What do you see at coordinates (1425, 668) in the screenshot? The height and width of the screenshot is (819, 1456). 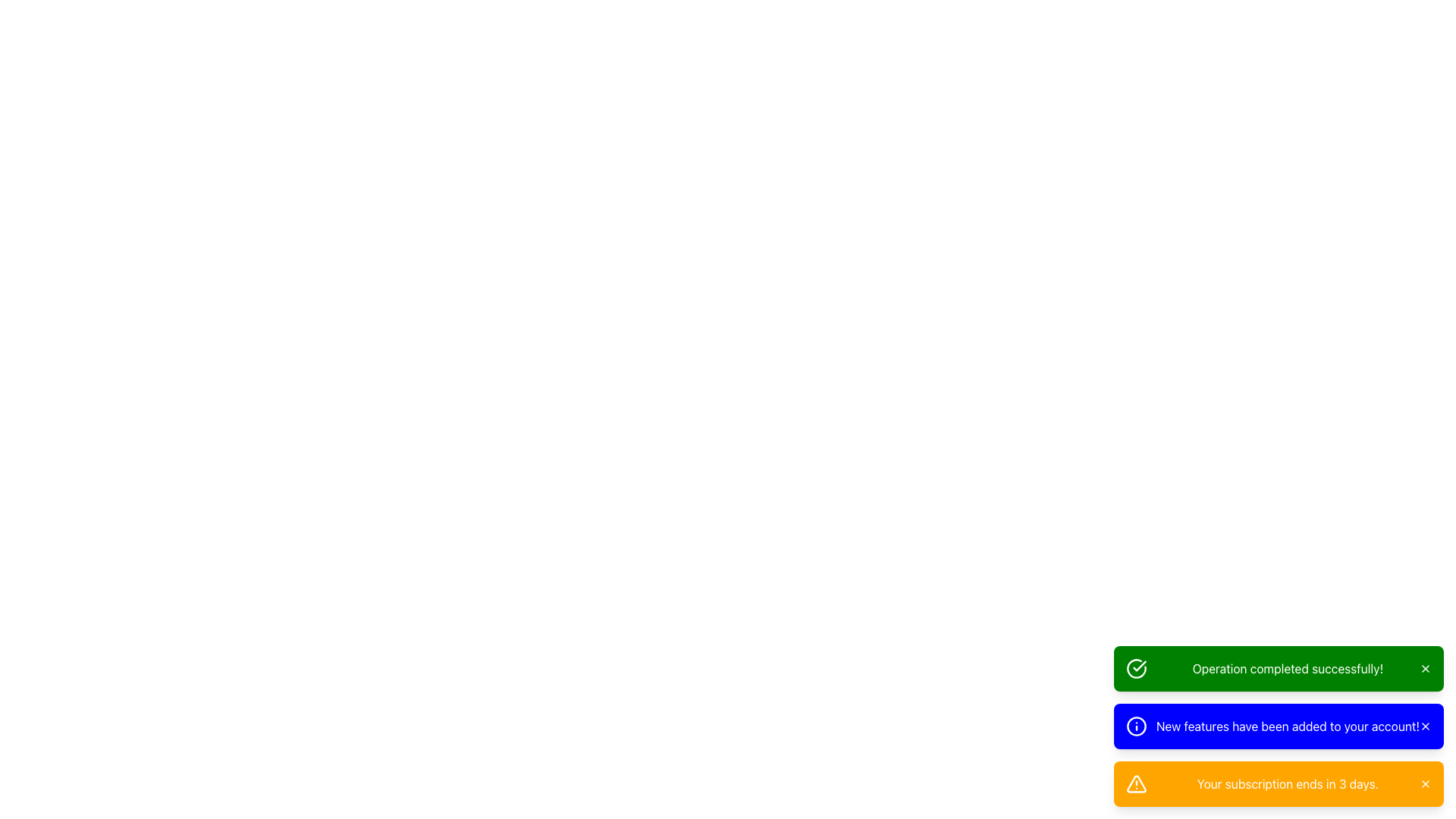 I see `the close button located at the extreme right of the green notification bar that dismisses the notification message 'Operation completed successfully!'` at bounding box center [1425, 668].